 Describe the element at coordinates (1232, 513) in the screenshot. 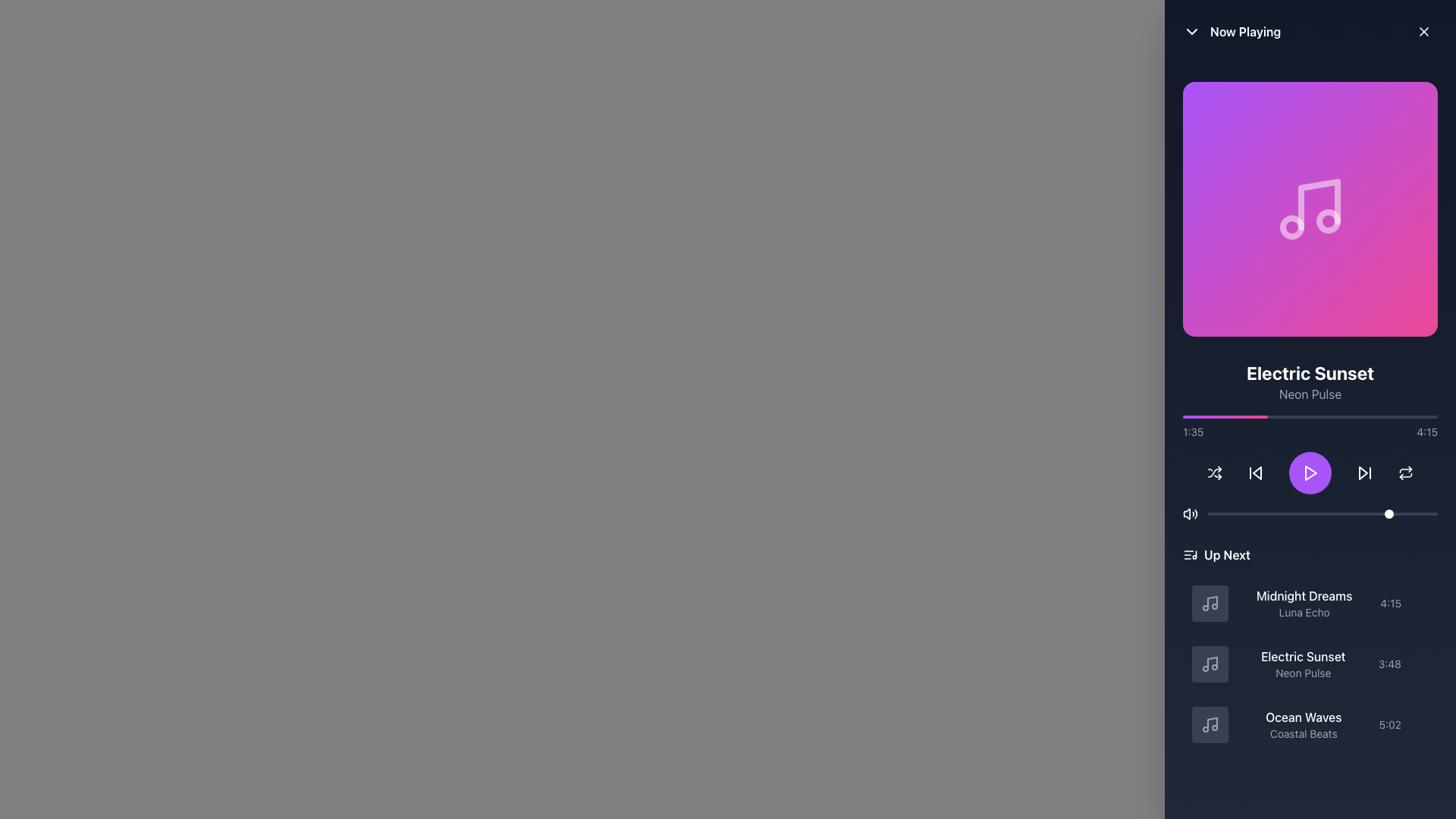

I see `the volume slider` at that location.